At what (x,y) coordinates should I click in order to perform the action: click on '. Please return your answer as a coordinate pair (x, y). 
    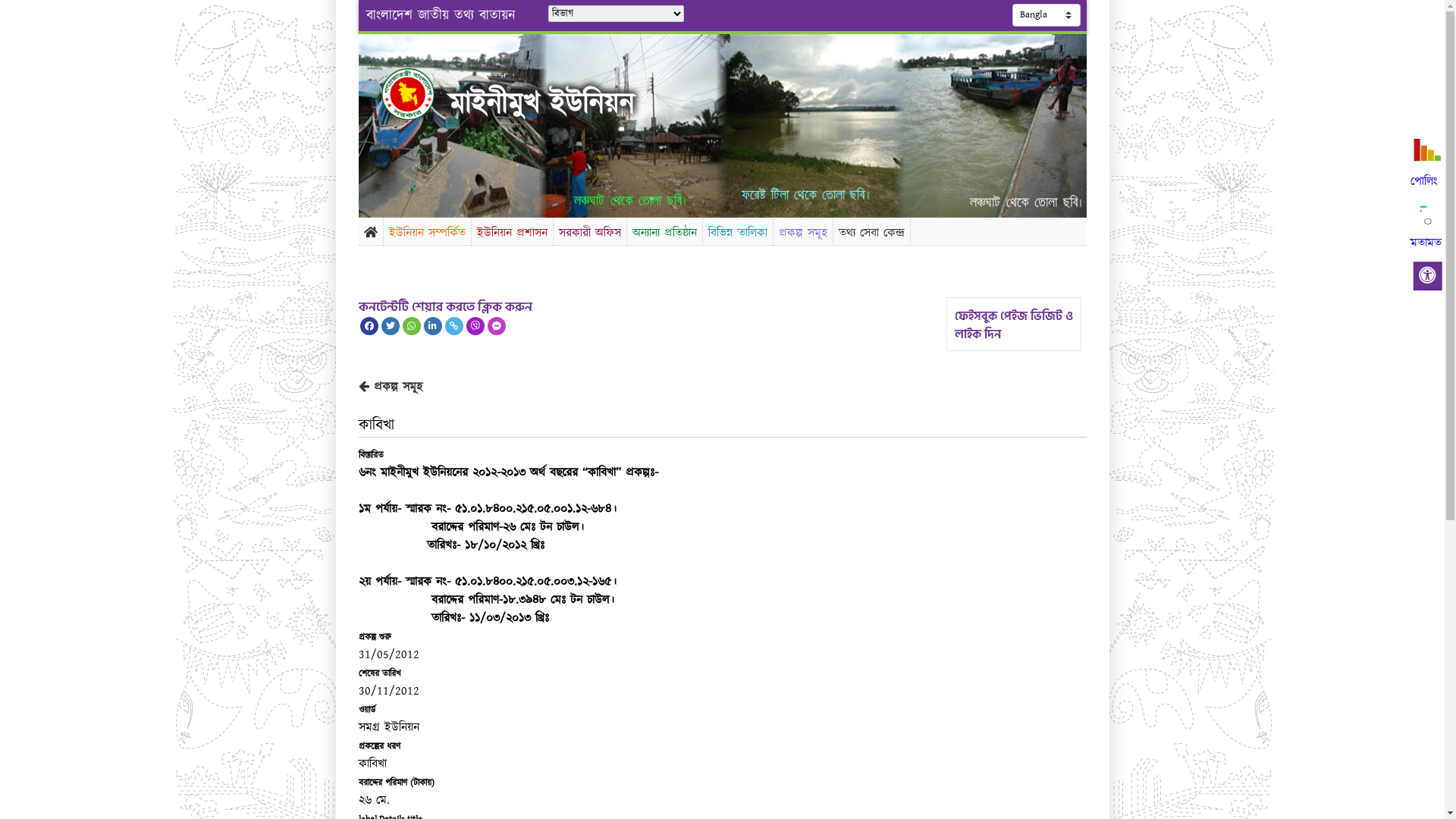
    Looking at the image, I should click on (420, 93).